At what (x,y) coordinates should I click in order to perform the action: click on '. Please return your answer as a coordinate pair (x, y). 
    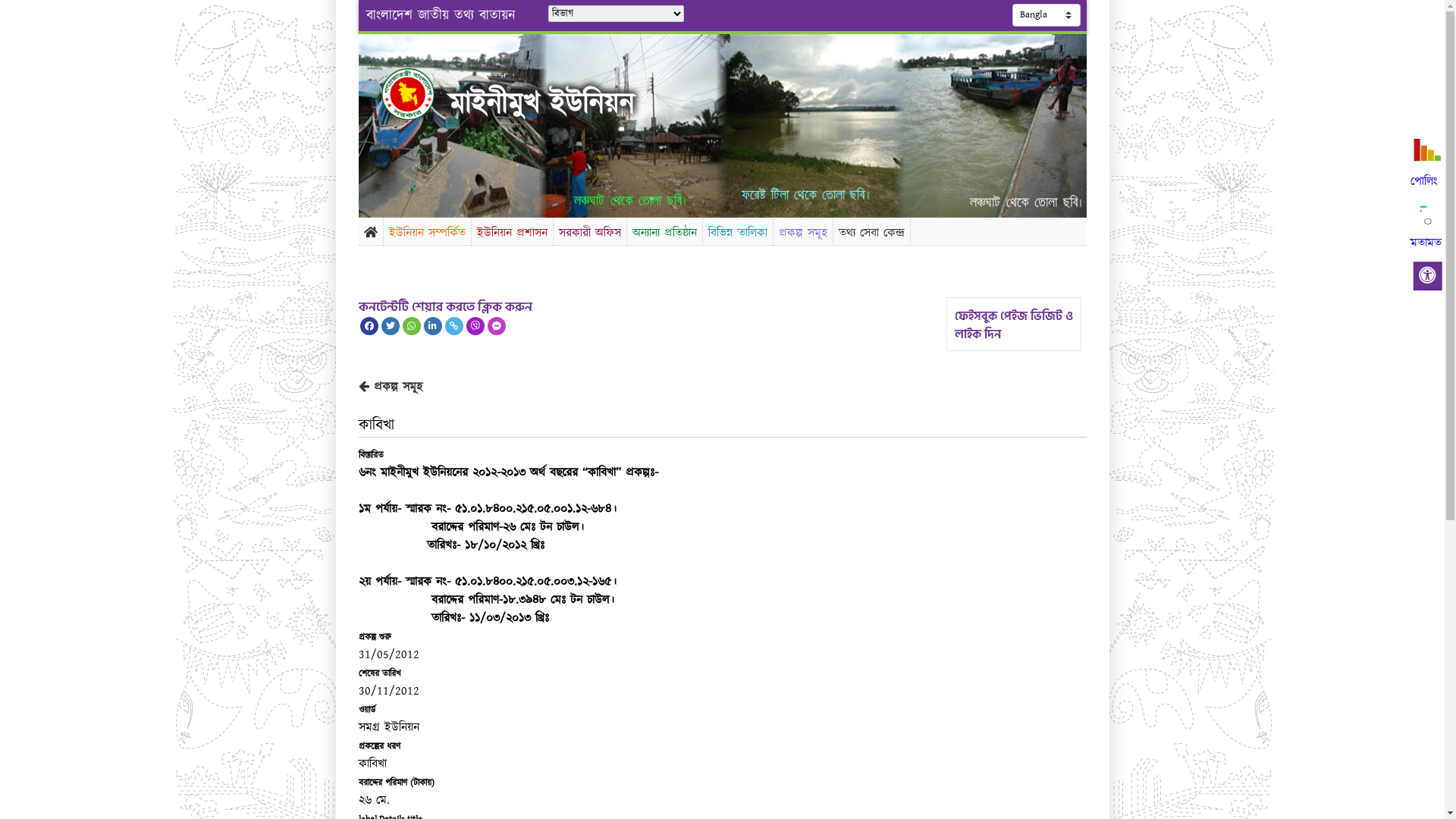
    Looking at the image, I should click on (420, 93).